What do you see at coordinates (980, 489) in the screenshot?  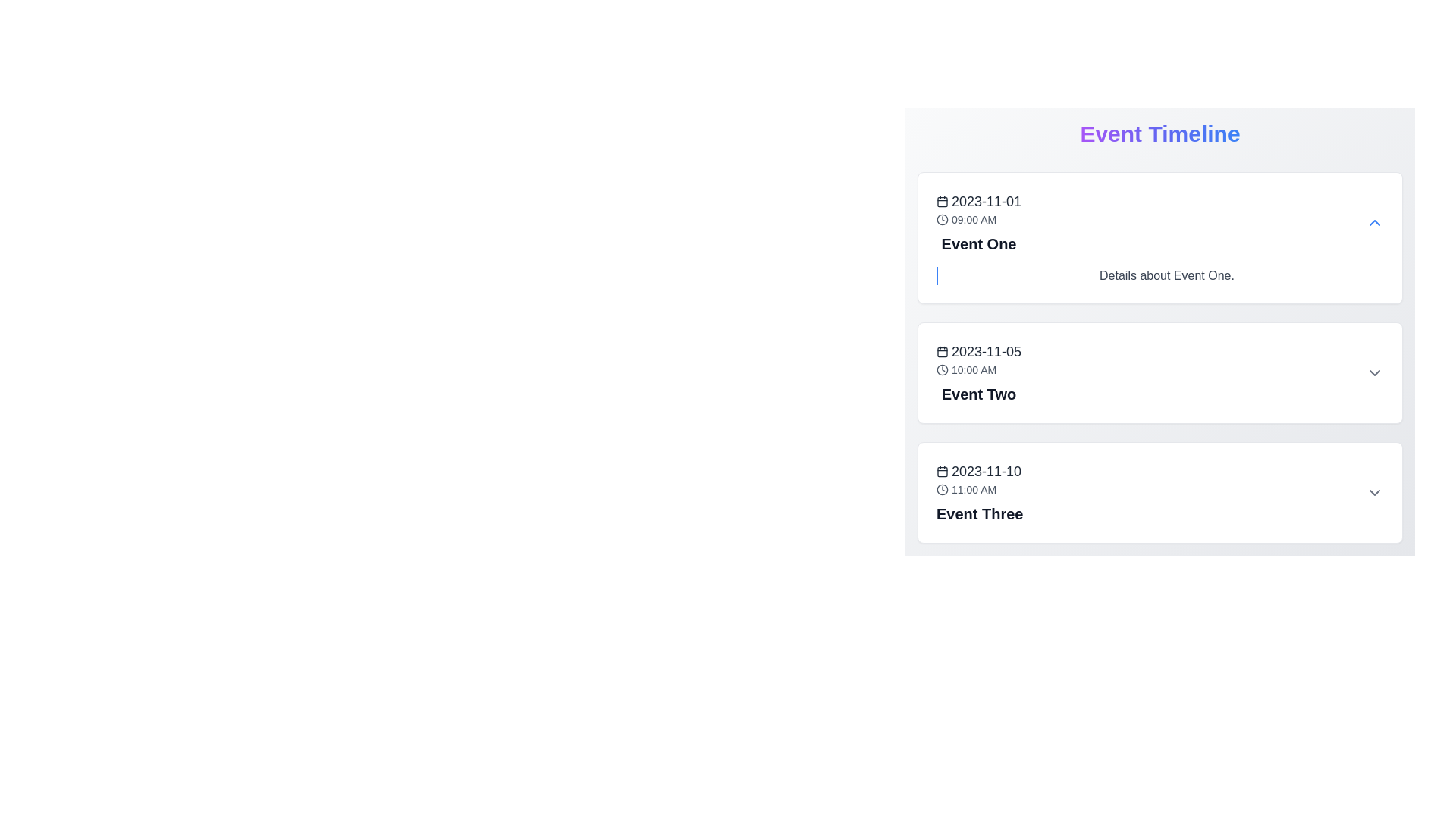 I see `the Time display element indicating the time associated with the event 'Event Three', positioned below the event date '2023-11-10'` at bounding box center [980, 489].